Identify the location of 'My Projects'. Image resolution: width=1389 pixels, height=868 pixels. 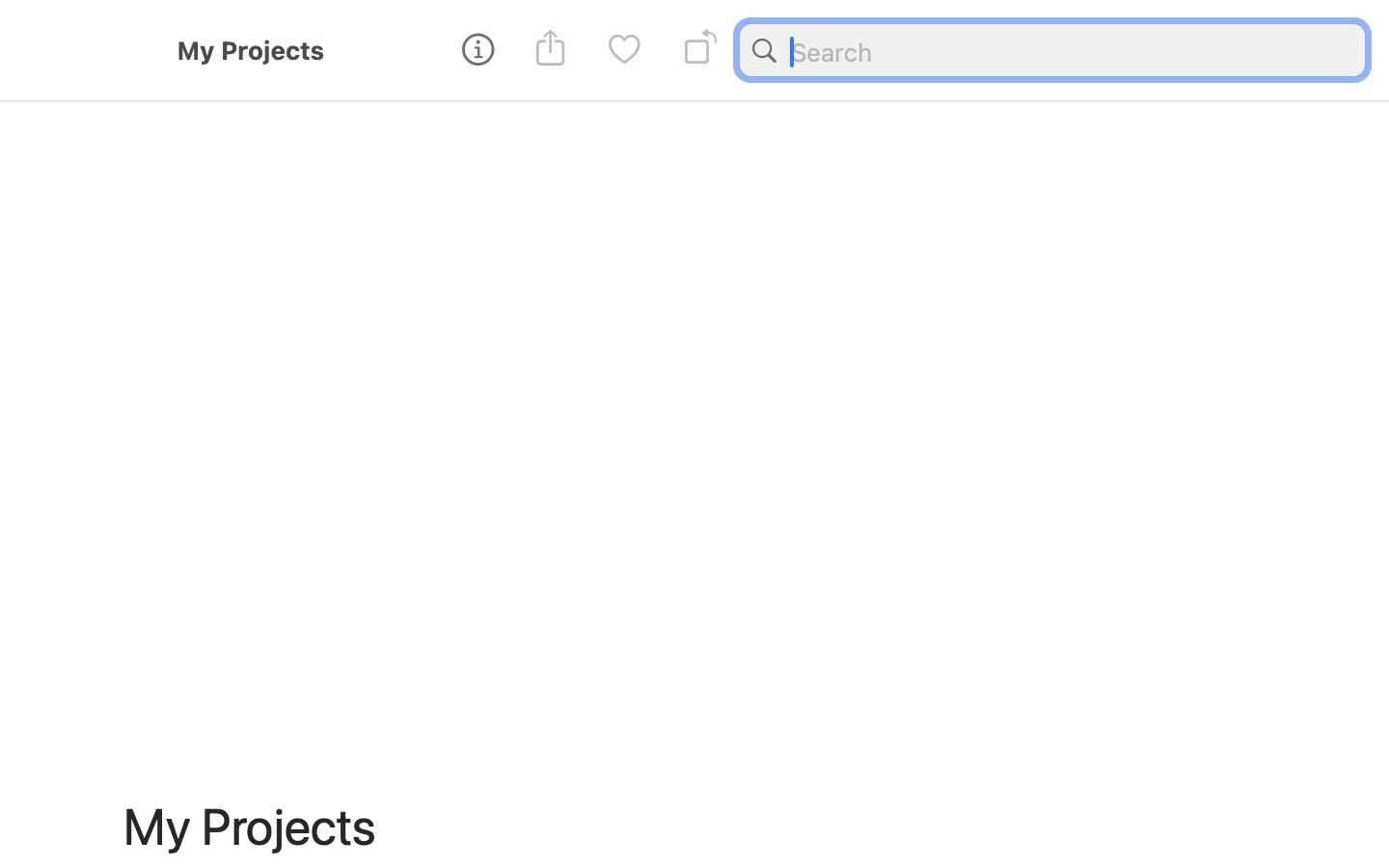
(249, 49).